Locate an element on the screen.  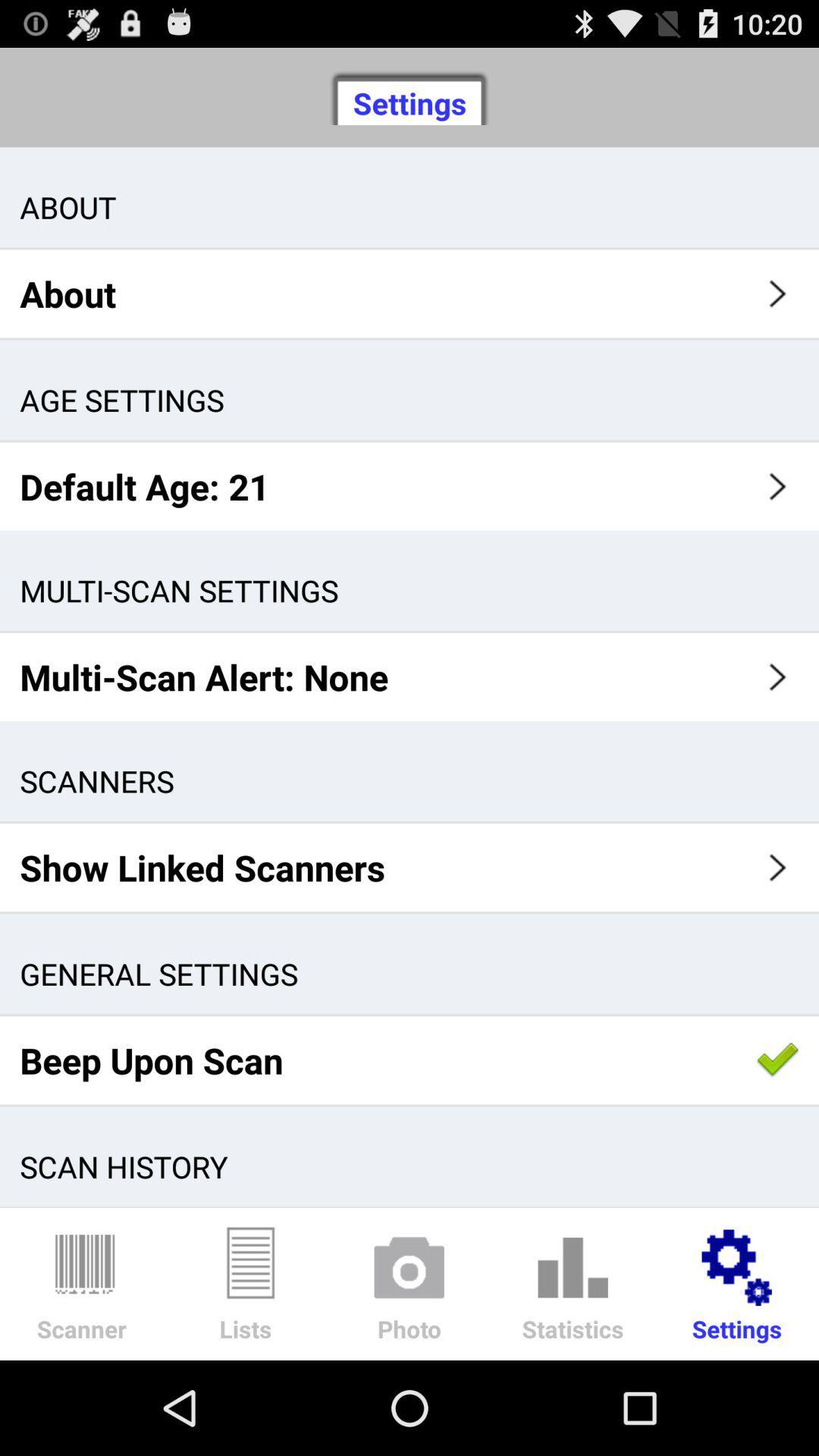
beep upon scan is located at coordinates (409, 1059).